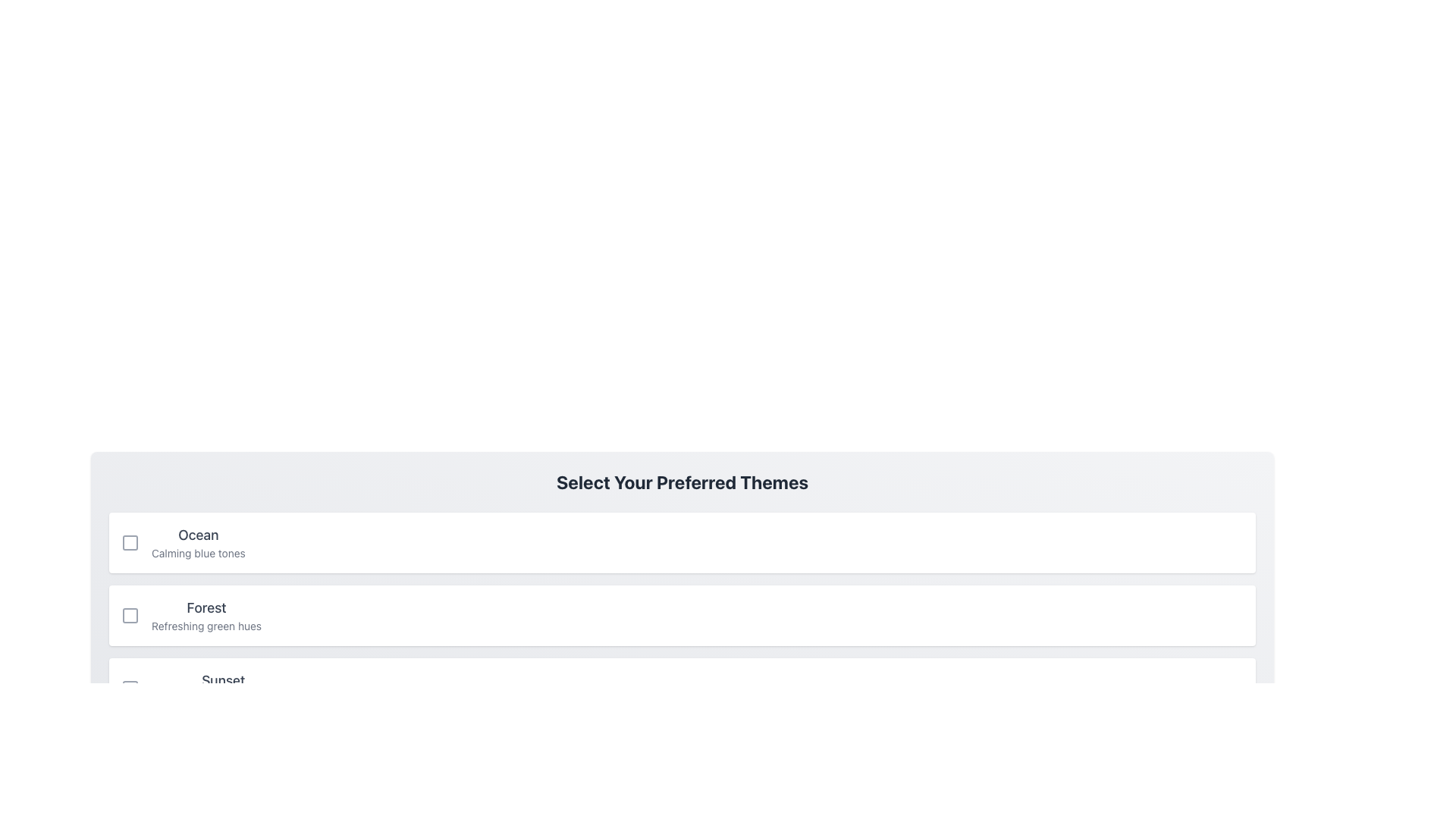 This screenshot has height=819, width=1456. I want to click on the descriptive subtitle text label located below the 'Ocean' title, so click(197, 553).